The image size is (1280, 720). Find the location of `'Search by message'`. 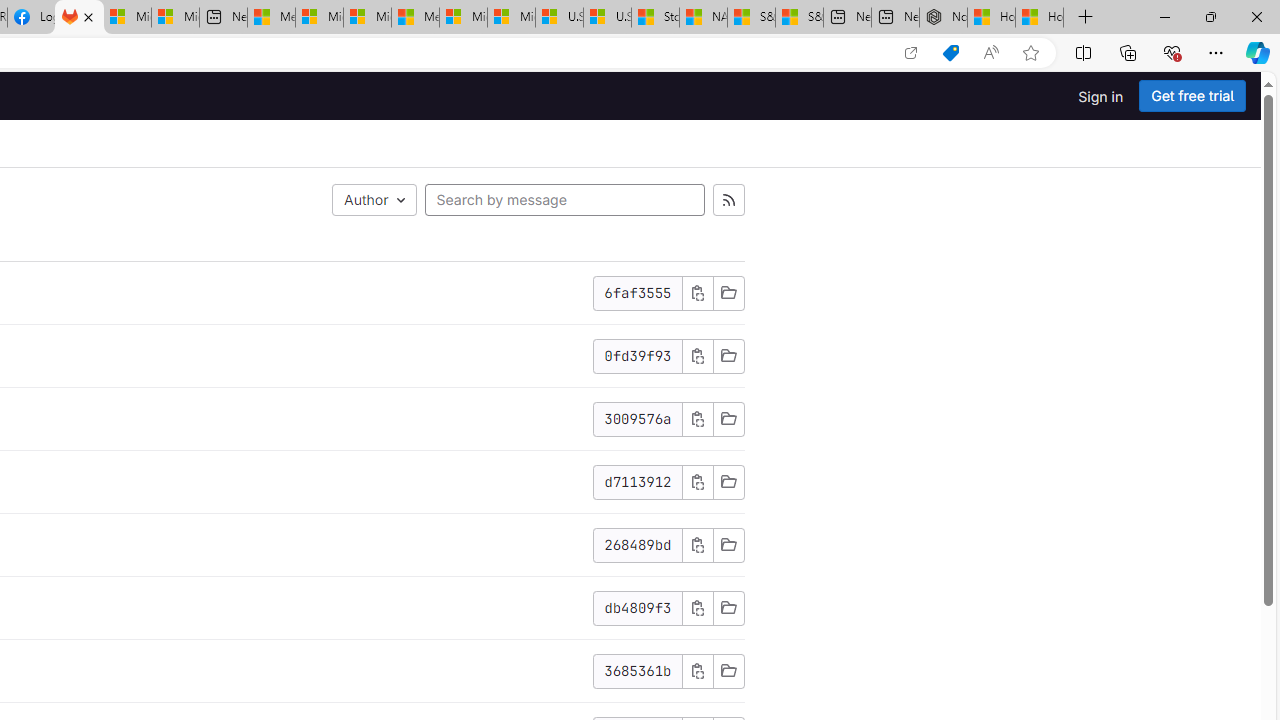

'Search by message' is located at coordinates (563, 200).